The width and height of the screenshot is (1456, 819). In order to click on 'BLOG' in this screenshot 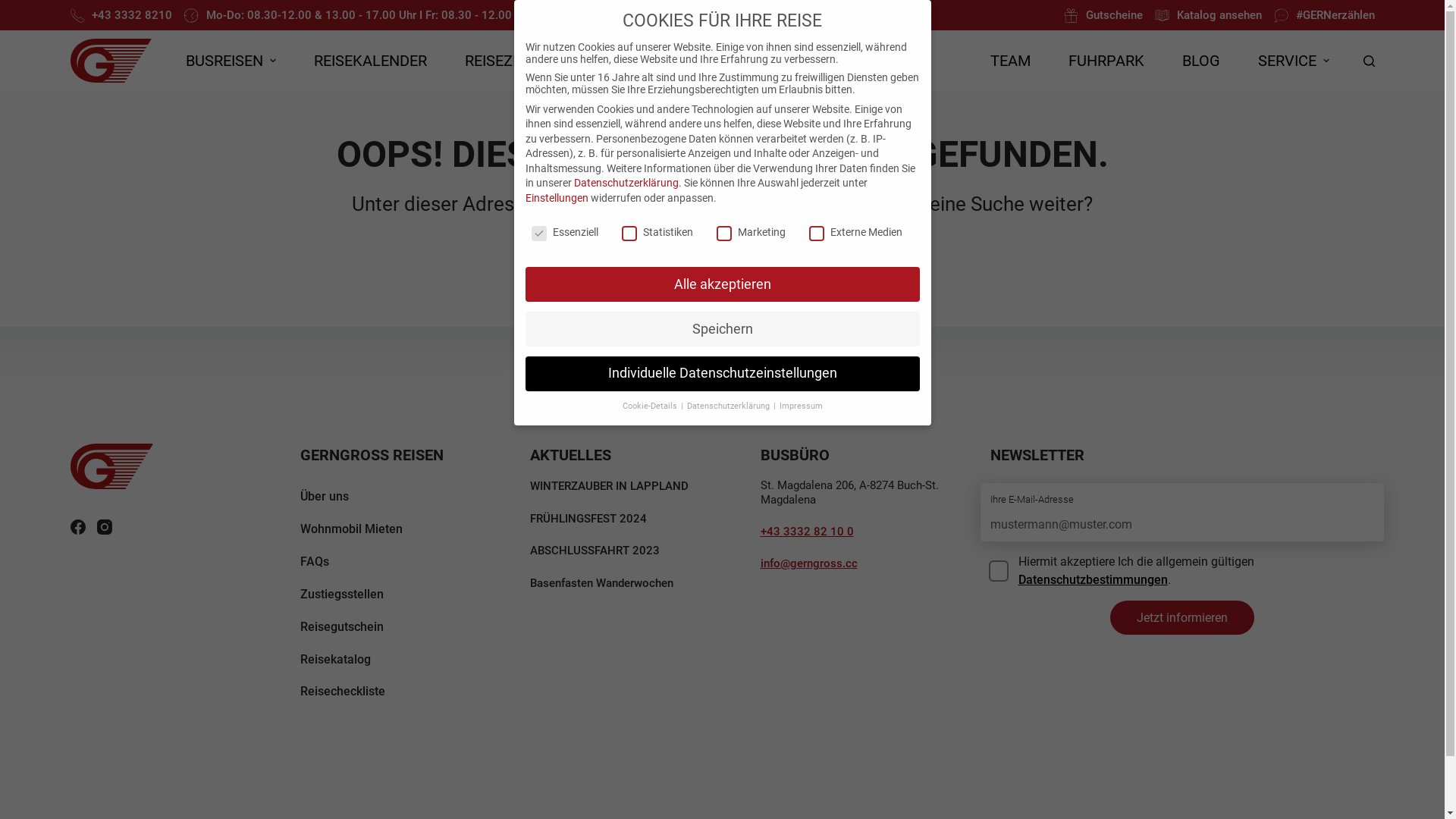, I will do `click(1200, 60)`.